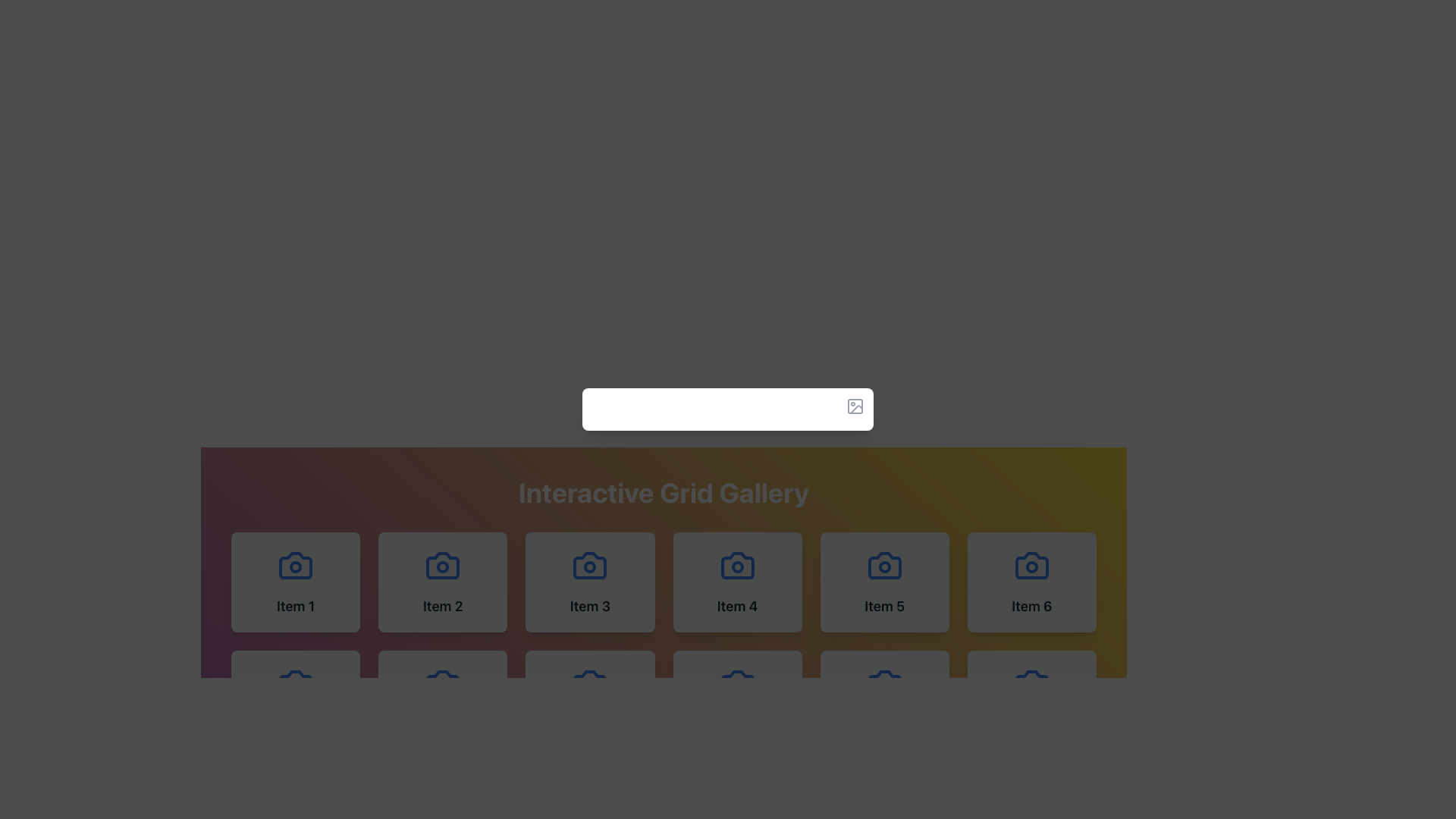 This screenshot has height=819, width=1456. What do you see at coordinates (884, 581) in the screenshot?
I see `the Interactive Card located in the first row and fifth column of the grid layout` at bounding box center [884, 581].